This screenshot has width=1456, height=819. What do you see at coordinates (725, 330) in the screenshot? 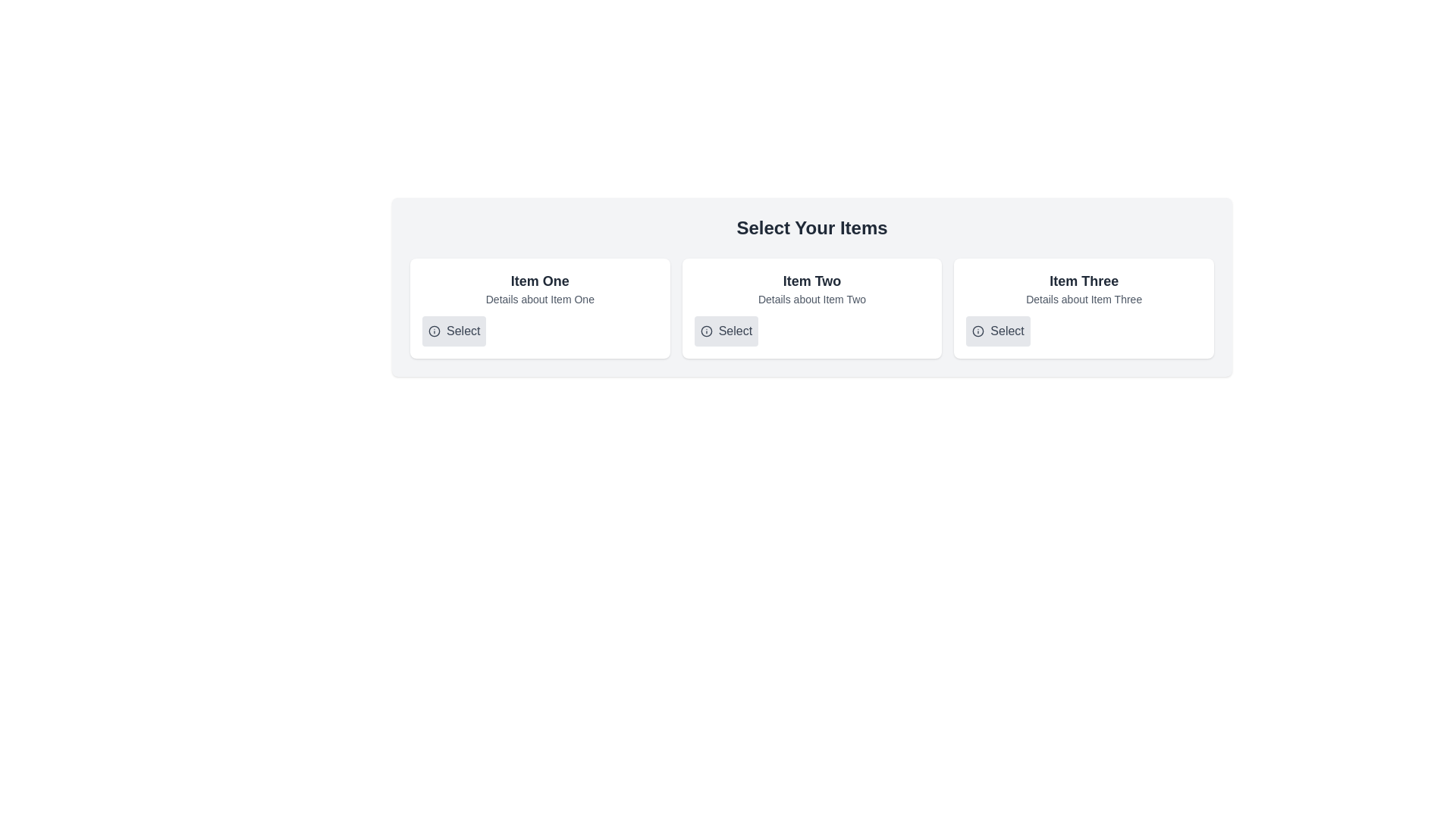
I see `the selection button located at the bottom of the card labeled 'Item Two'` at bounding box center [725, 330].